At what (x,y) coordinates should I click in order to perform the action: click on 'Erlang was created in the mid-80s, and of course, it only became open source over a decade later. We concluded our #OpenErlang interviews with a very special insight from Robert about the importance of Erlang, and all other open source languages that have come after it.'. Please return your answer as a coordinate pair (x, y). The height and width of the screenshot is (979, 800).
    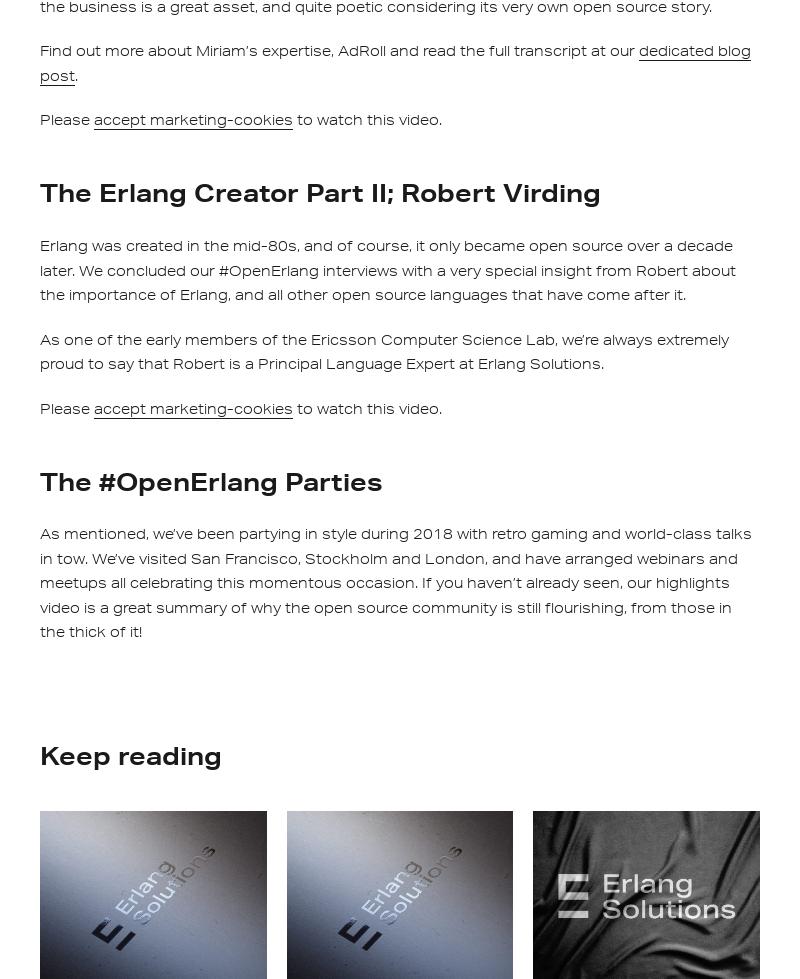
    Looking at the image, I should click on (39, 270).